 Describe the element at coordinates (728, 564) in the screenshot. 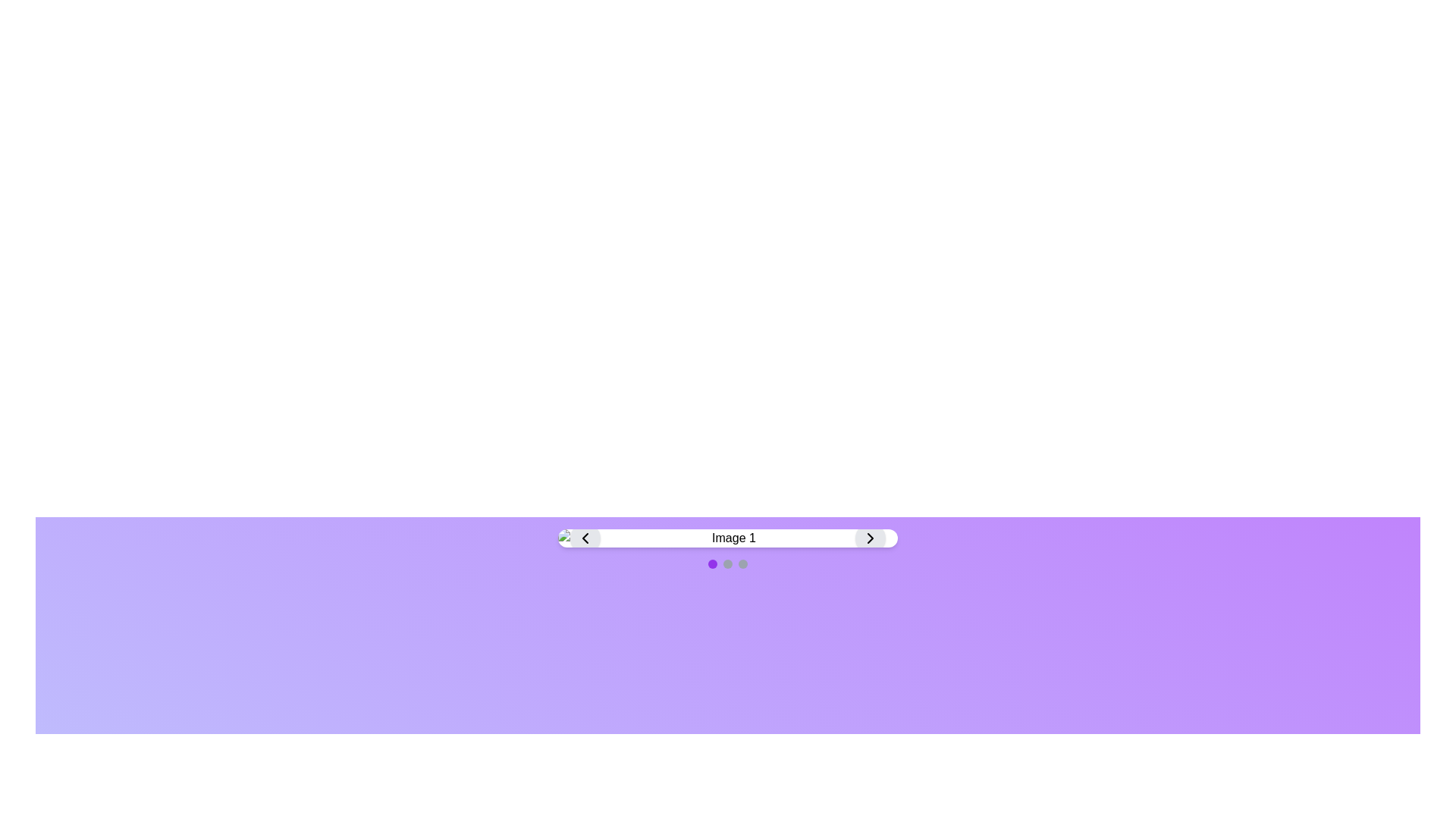

I see `the second circular button with a gray background in a row of three` at that location.